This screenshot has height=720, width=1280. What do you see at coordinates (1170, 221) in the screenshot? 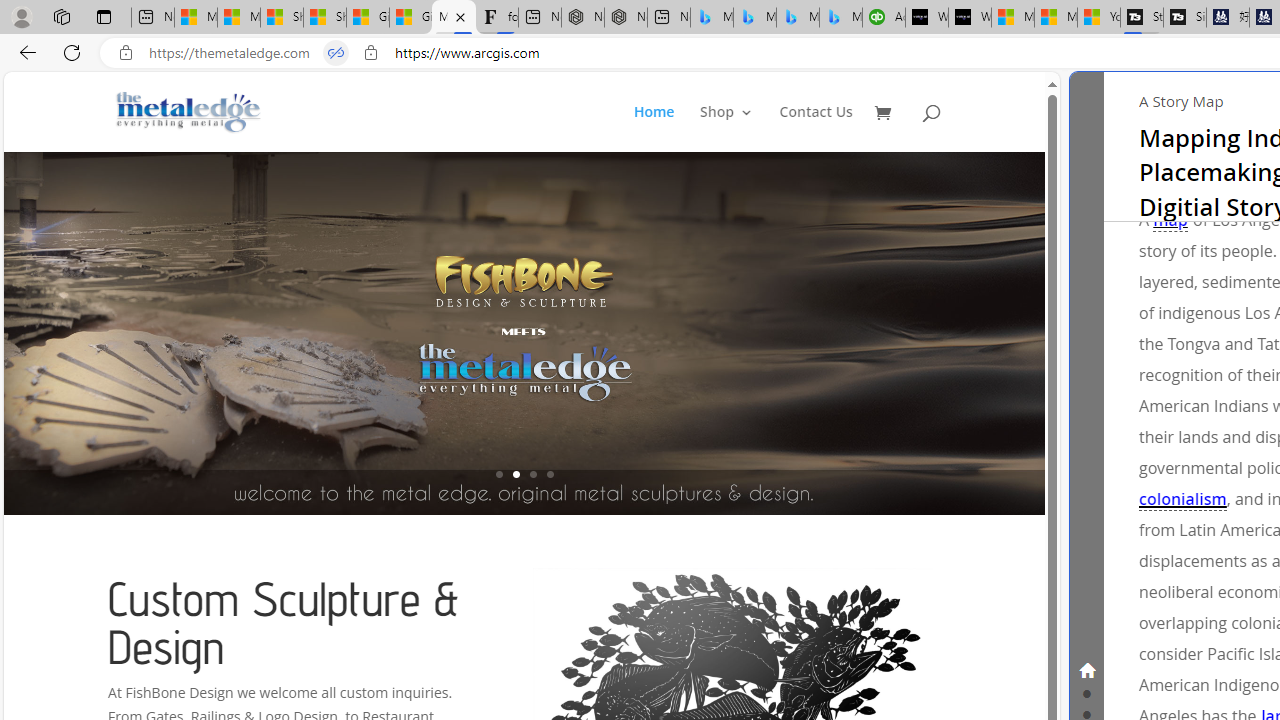
I see `'map'` at bounding box center [1170, 221].